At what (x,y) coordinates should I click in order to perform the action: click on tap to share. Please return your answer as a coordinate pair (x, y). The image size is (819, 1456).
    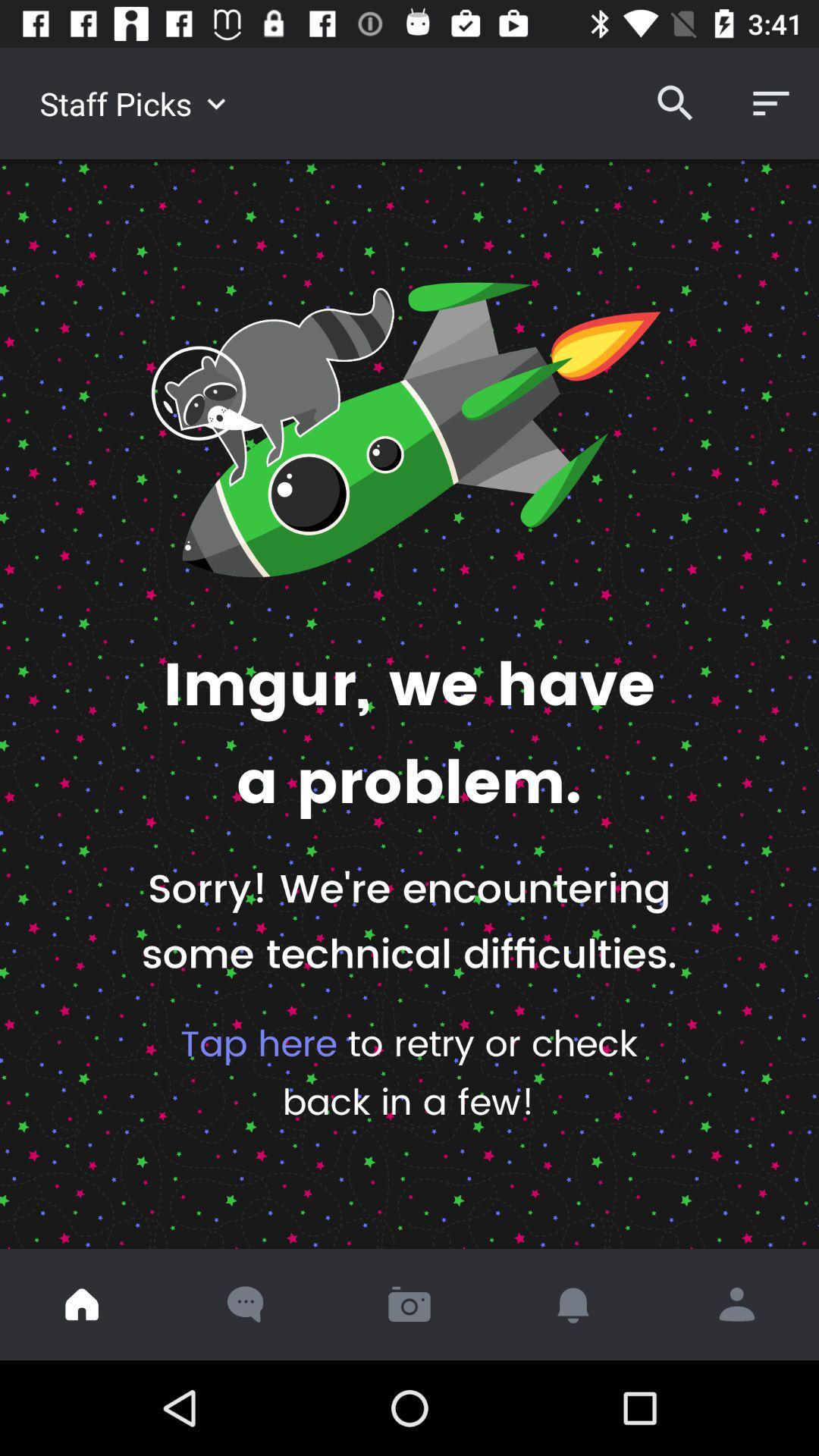
    Looking at the image, I should click on (736, 1304).